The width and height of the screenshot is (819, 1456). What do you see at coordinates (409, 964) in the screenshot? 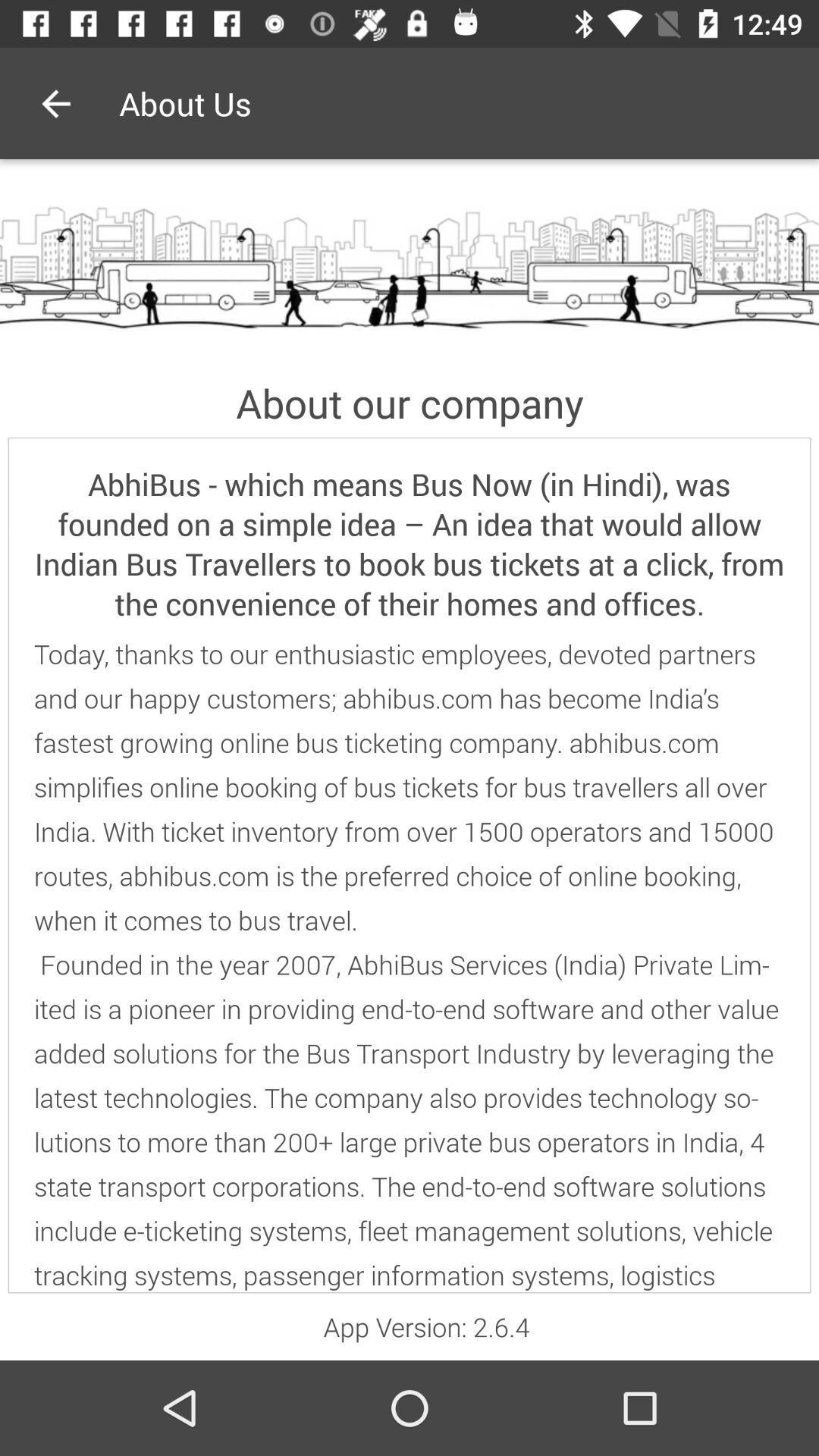
I see `the item below the abhibus which means` at bounding box center [409, 964].